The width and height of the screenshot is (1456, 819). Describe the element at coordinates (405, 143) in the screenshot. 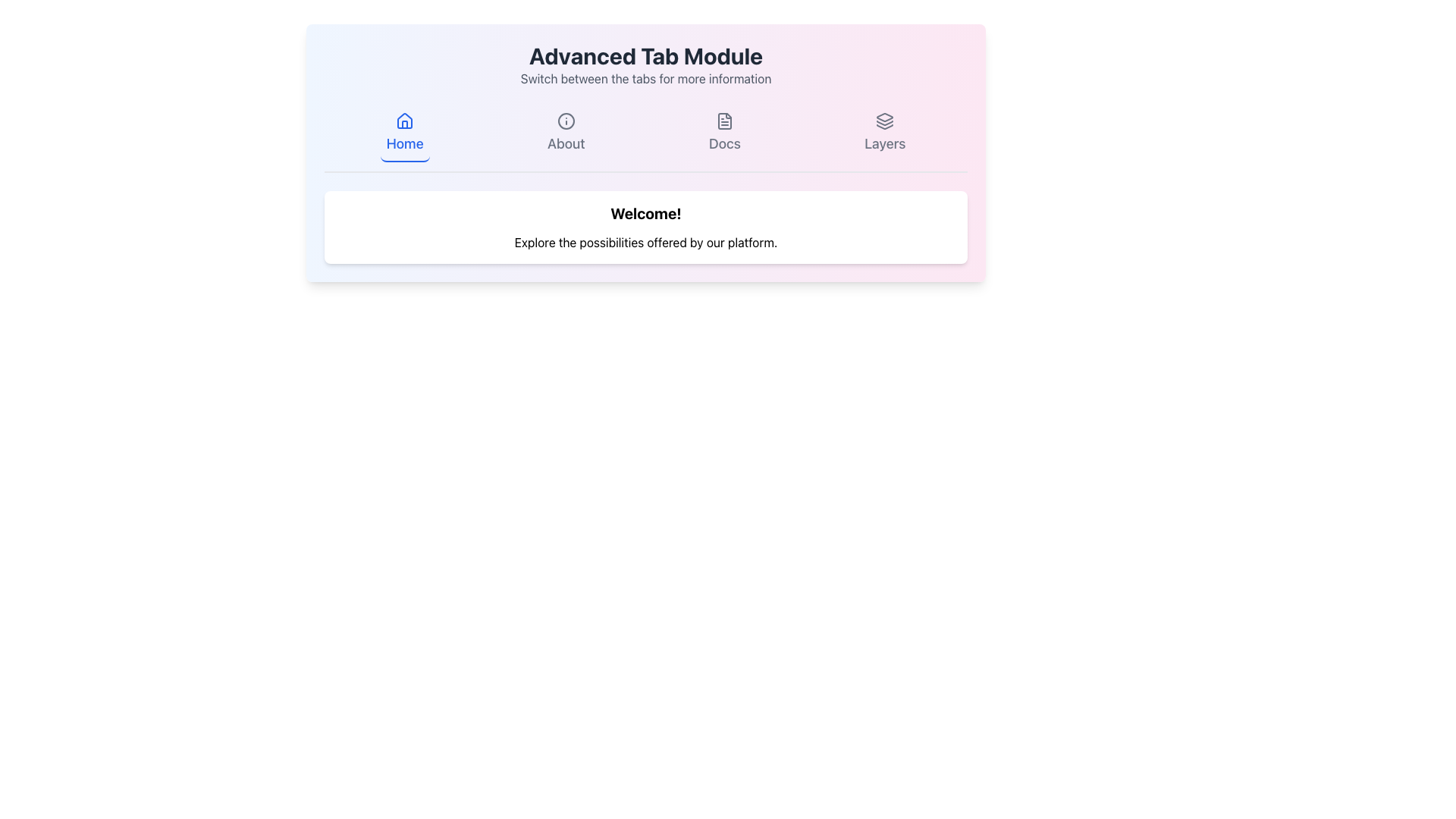

I see `the 'Home' text element within the navigation button` at that location.